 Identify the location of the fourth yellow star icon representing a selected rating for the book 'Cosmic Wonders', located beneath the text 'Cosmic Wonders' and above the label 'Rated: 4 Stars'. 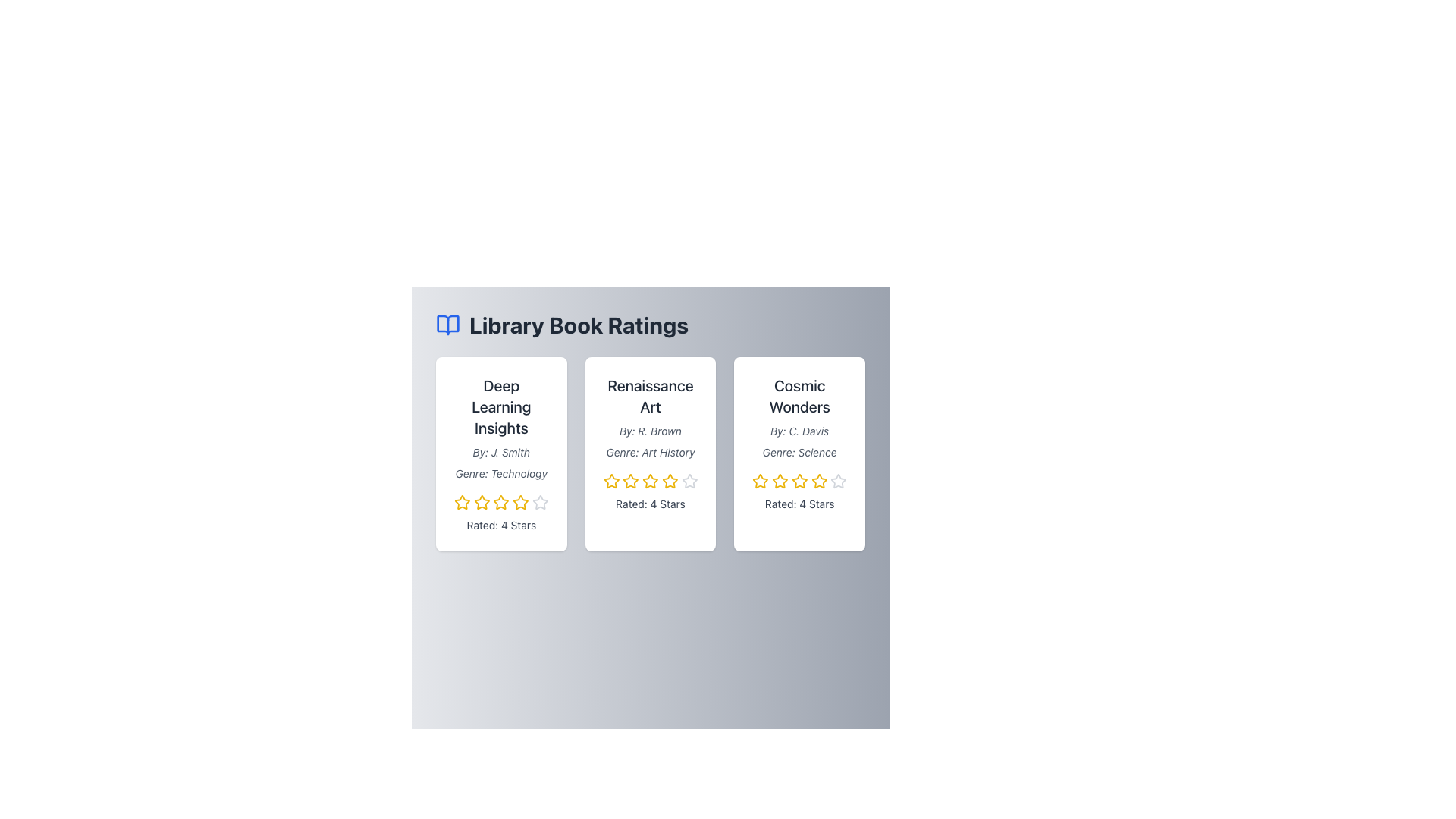
(799, 482).